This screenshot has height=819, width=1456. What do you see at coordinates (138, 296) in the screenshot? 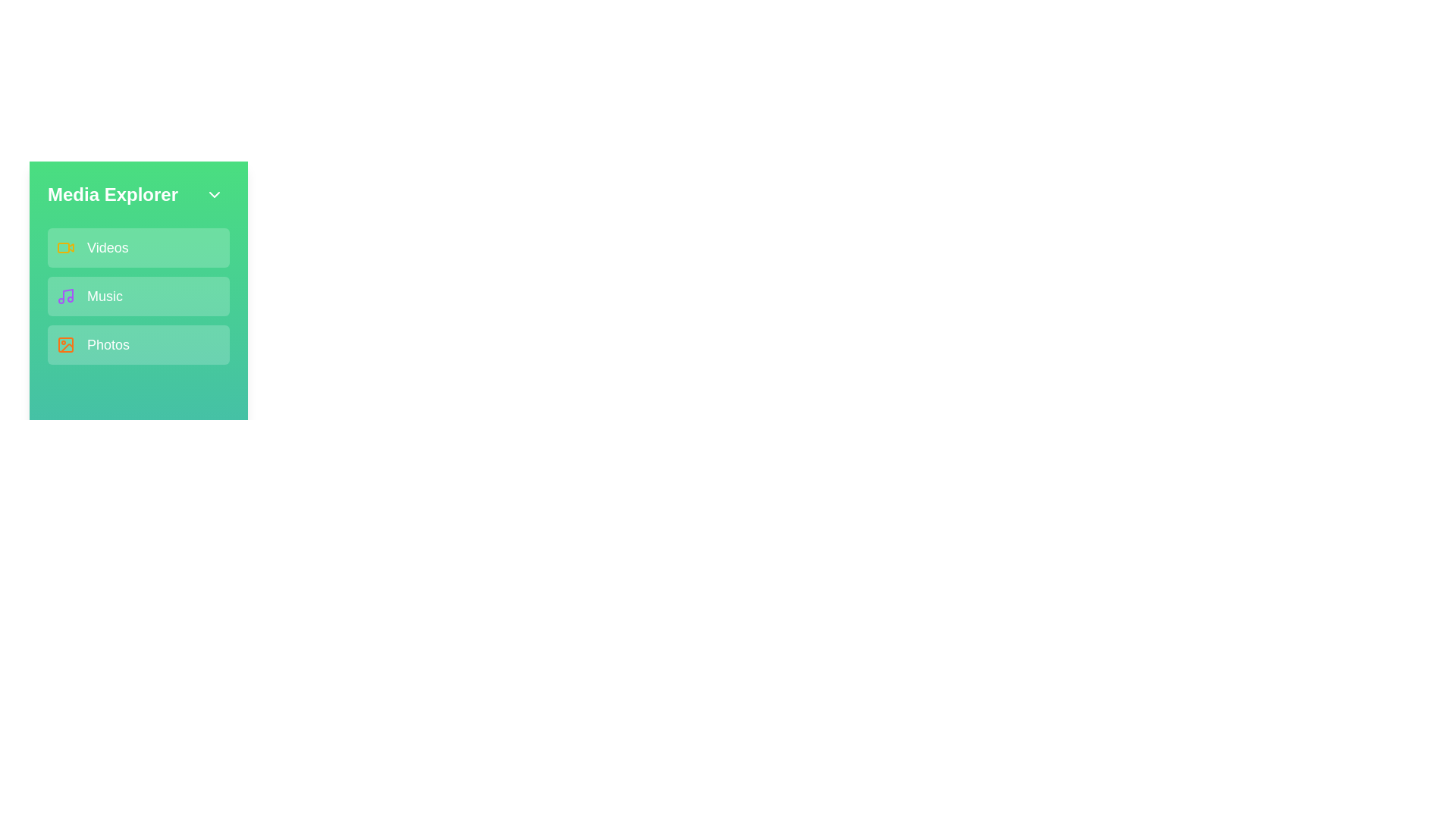
I see `the media category Music from the sidebar` at bounding box center [138, 296].